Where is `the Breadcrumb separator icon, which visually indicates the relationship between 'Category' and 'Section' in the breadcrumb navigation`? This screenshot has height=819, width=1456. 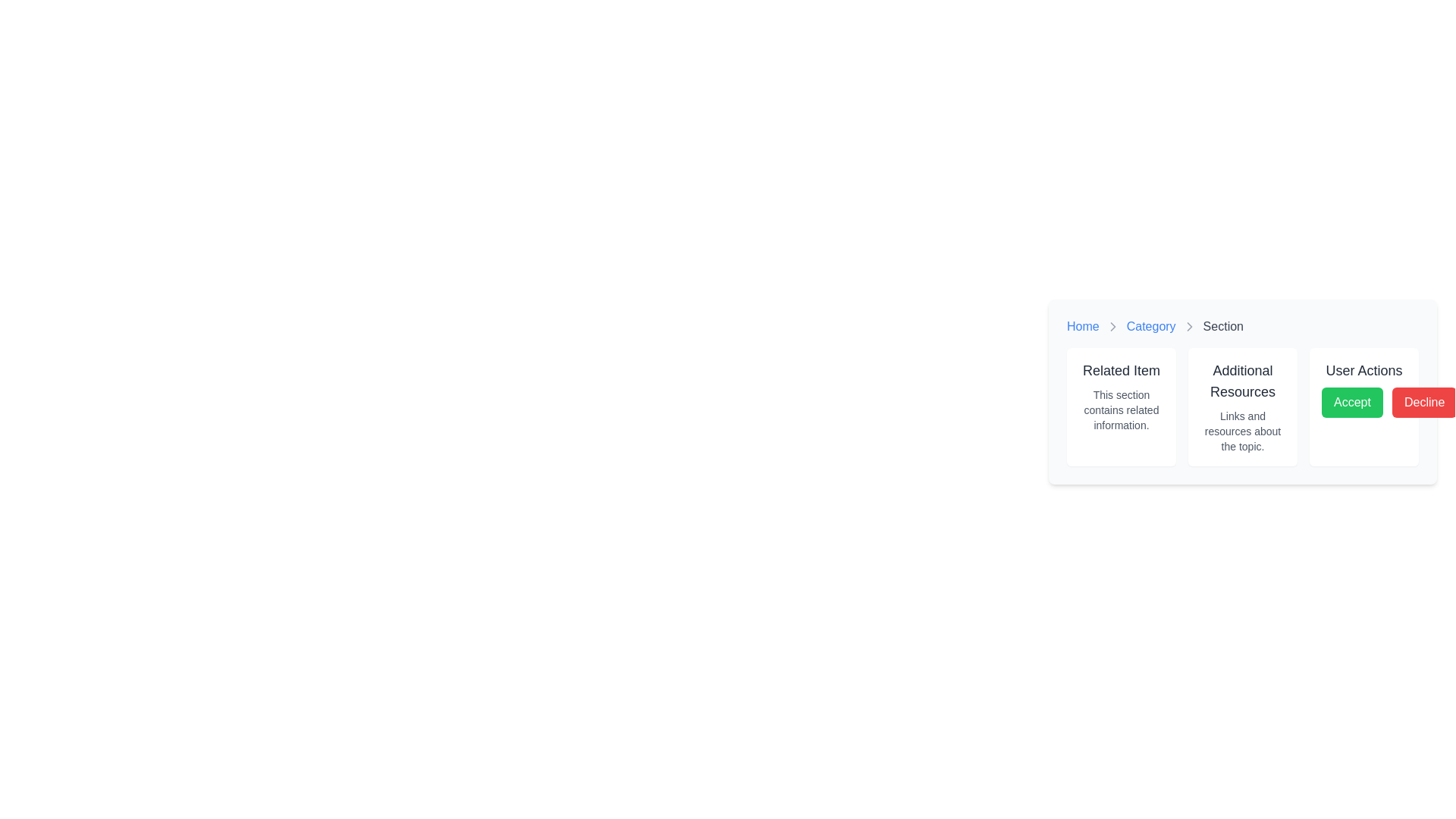 the Breadcrumb separator icon, which visually indicates the relationship between 'Category' and 'Section' in the breadcrumb navigation is located at coordinates (1112, 326).